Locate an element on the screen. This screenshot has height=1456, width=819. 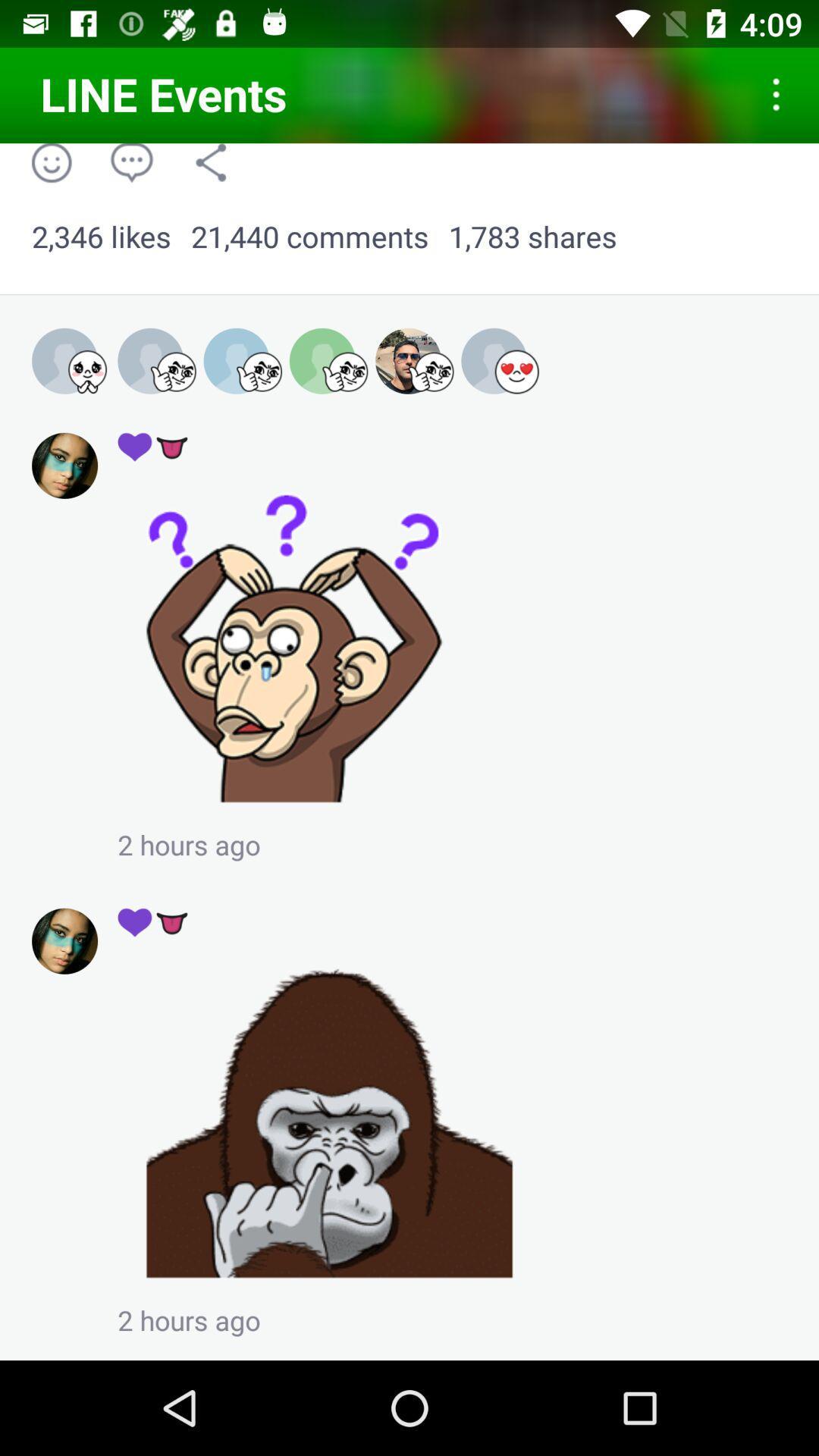
the emoji which is beside second emoji is located at coordinates (71, 361).